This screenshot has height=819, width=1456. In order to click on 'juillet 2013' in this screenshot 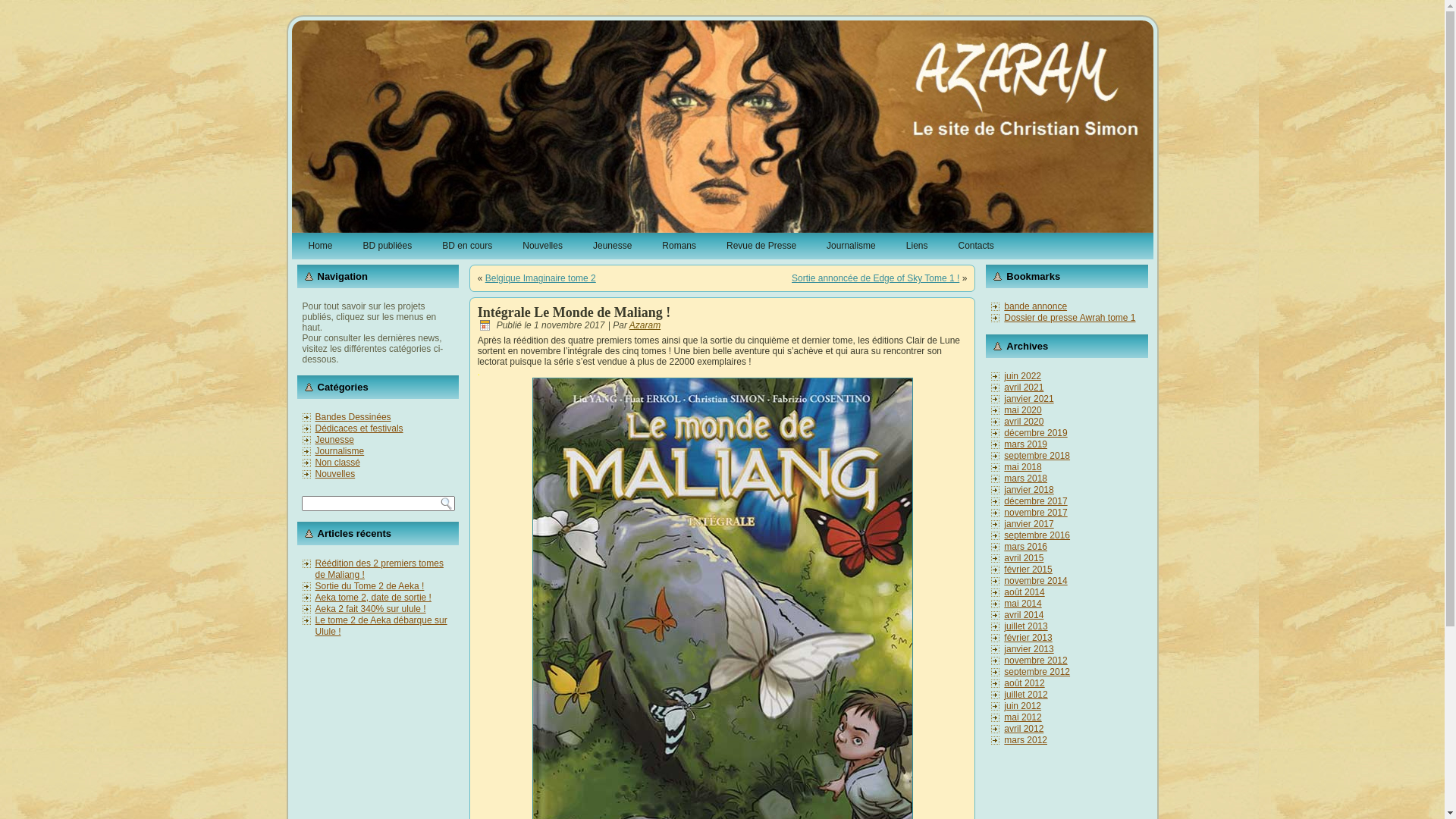, I will do `click(1025, 626)`.